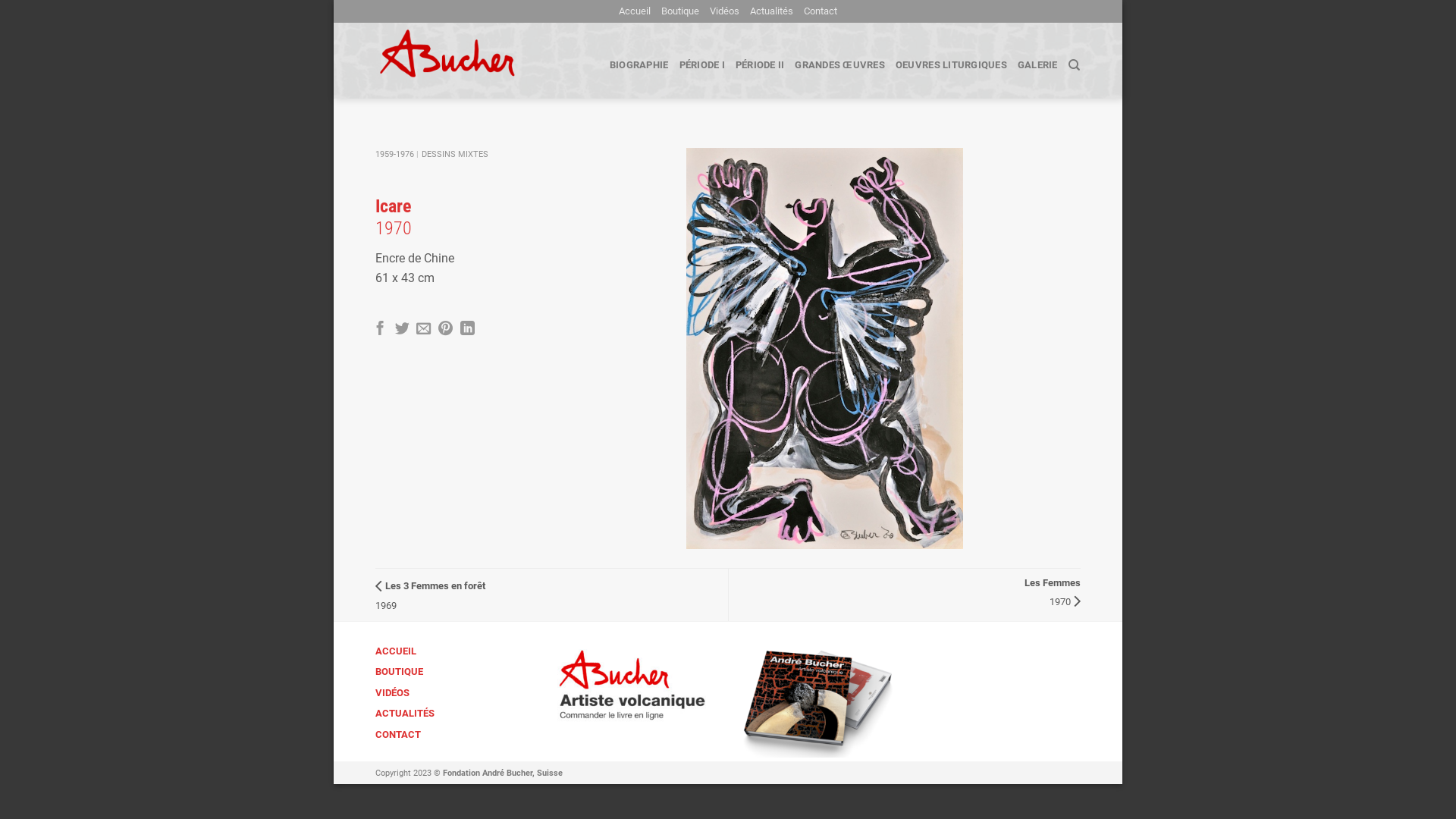 This screenshot has height=819, width=1456. Describe the element at coordinates (619, 11) in the screenshot. I see `'Accueil'` at that location.